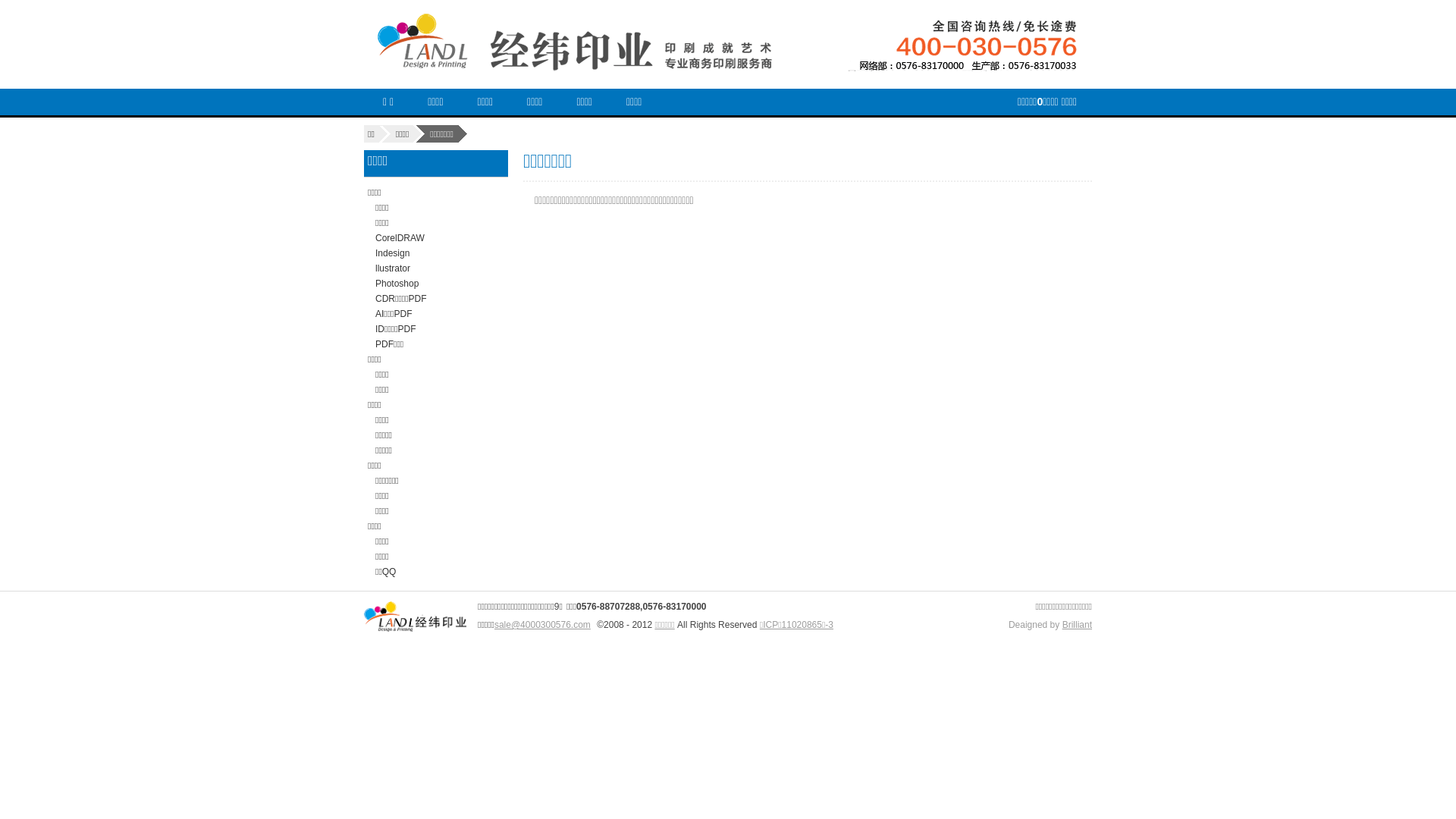 The height and width of the screenshot is (819, 1456). Describe the element at coordinates (393, 268) in the screenshot. I see `'llustrator'` at that location.